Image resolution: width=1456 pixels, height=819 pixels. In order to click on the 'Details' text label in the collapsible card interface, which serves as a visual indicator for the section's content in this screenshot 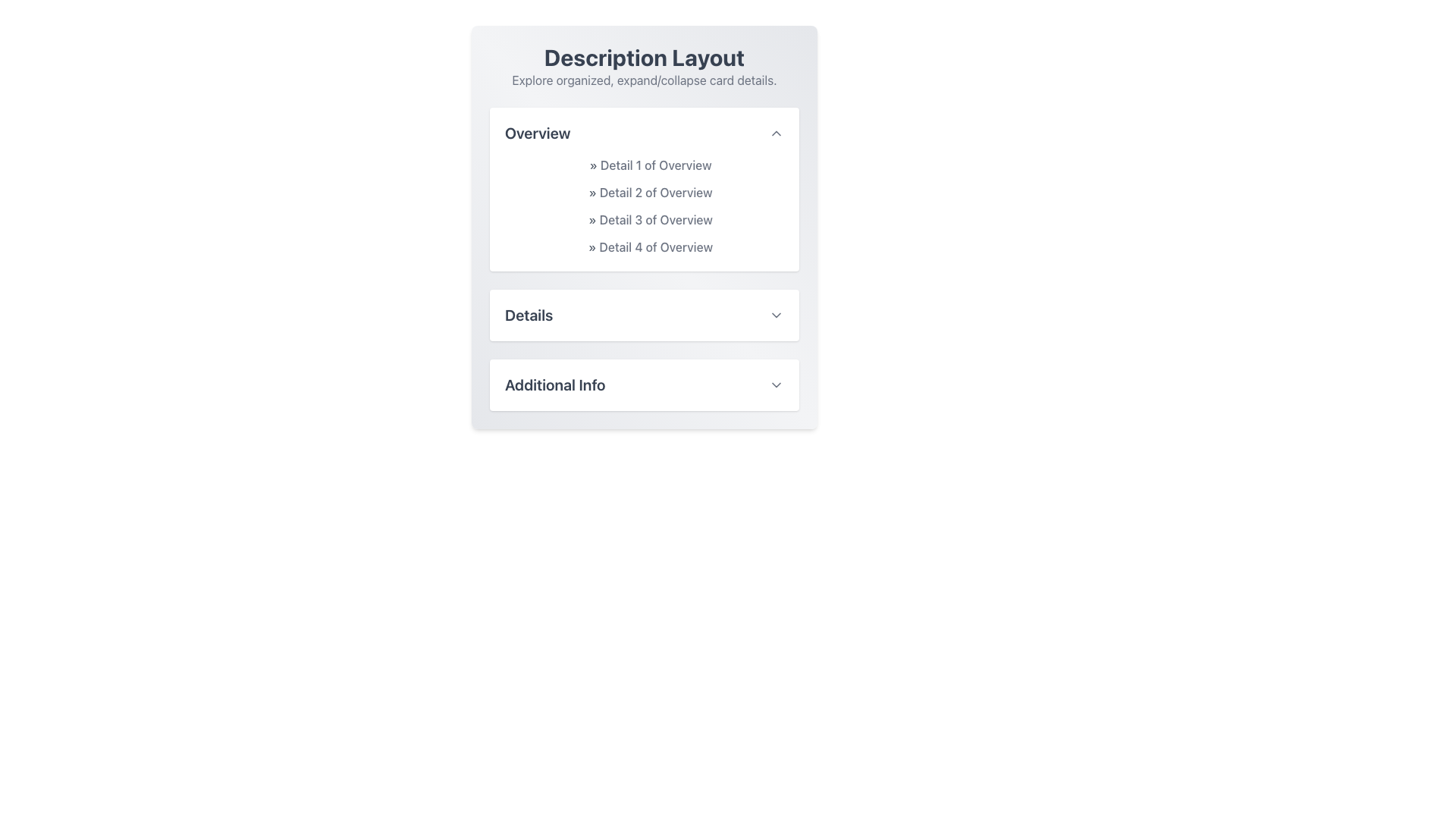, I will do `click(529, 315)`.